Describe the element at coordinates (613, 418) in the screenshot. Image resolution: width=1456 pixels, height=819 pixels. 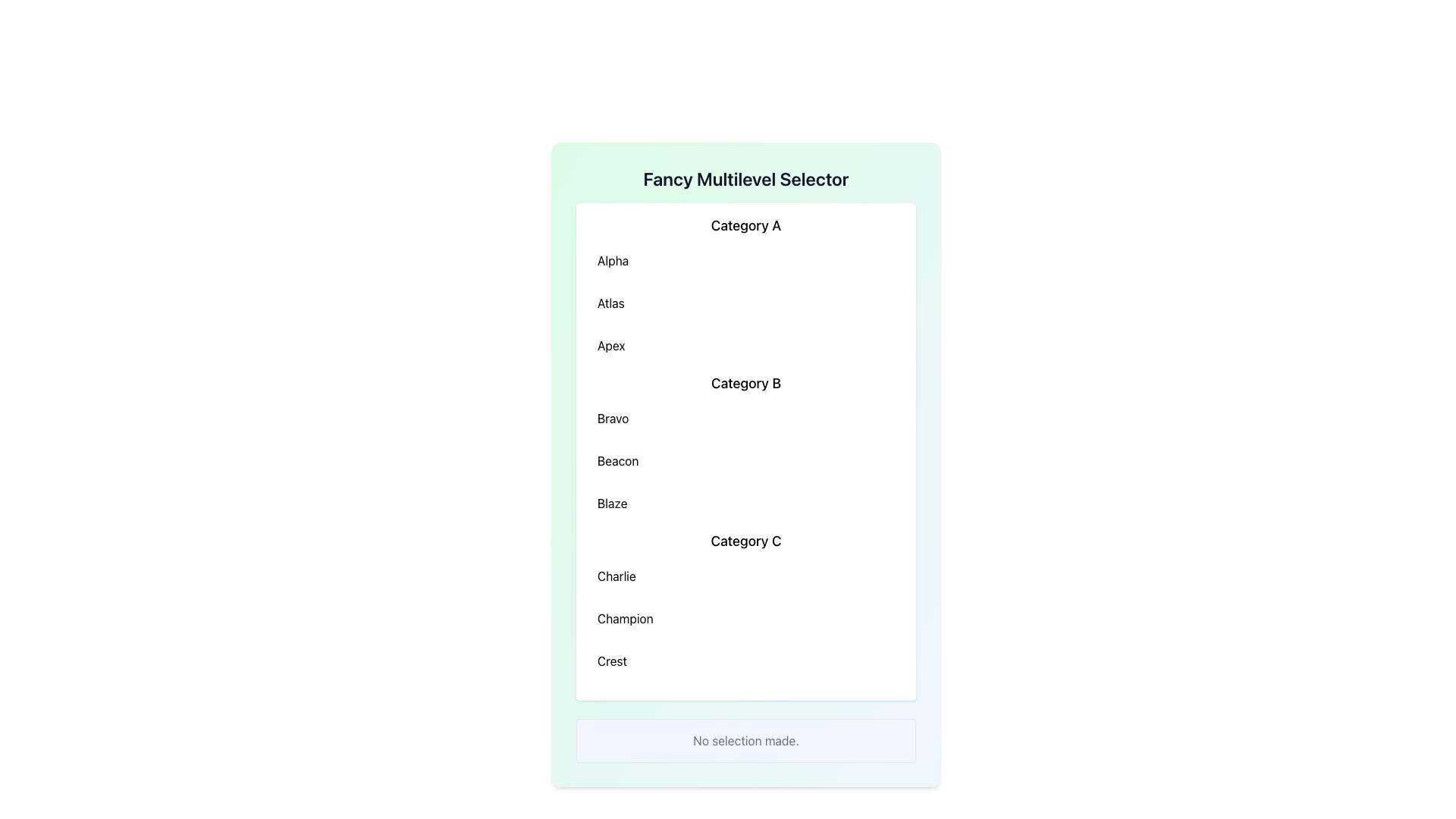
I see `the first selectable item labeled 'Bravo' in the multi-level selector interface under 'Category B'` at that location.